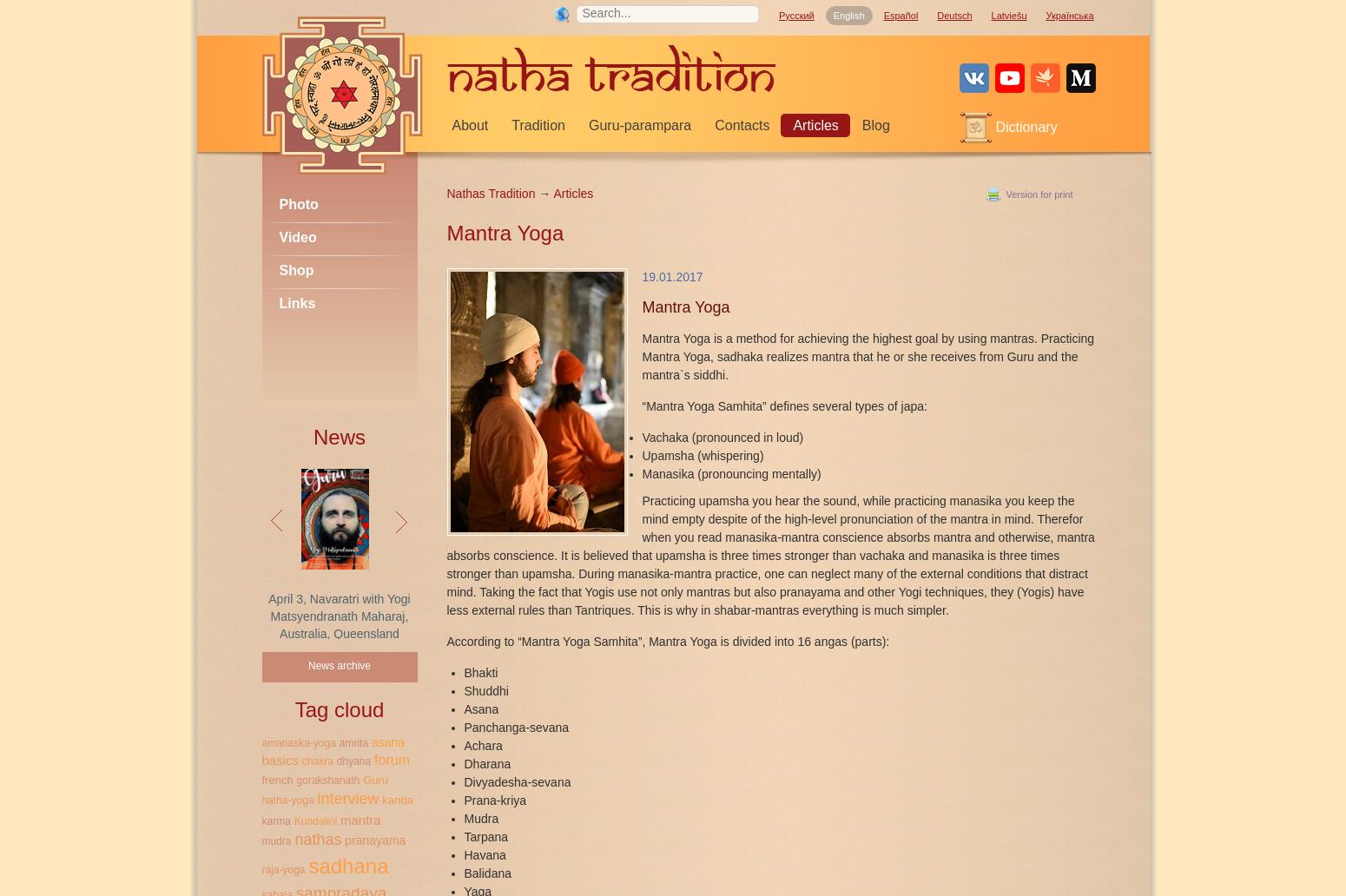 The width and height of the screenshot is (1346, 896). What do you see at coordinates (278, 203) in the screenshot?
I see `'Photo'` at bounding box center [278, 203].